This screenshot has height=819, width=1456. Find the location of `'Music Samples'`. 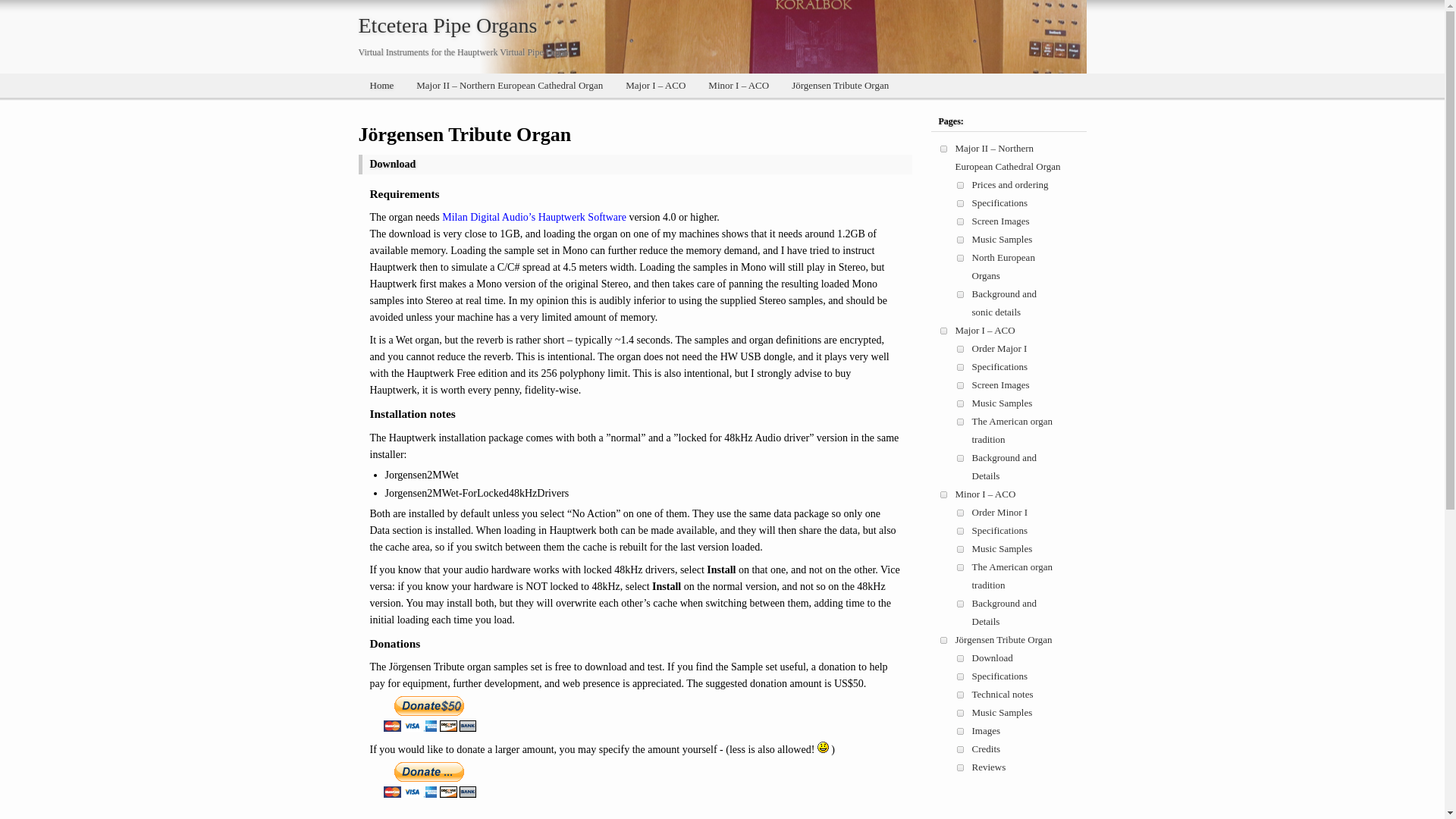

'Music Samples' is located at coordinates (1002, 548).